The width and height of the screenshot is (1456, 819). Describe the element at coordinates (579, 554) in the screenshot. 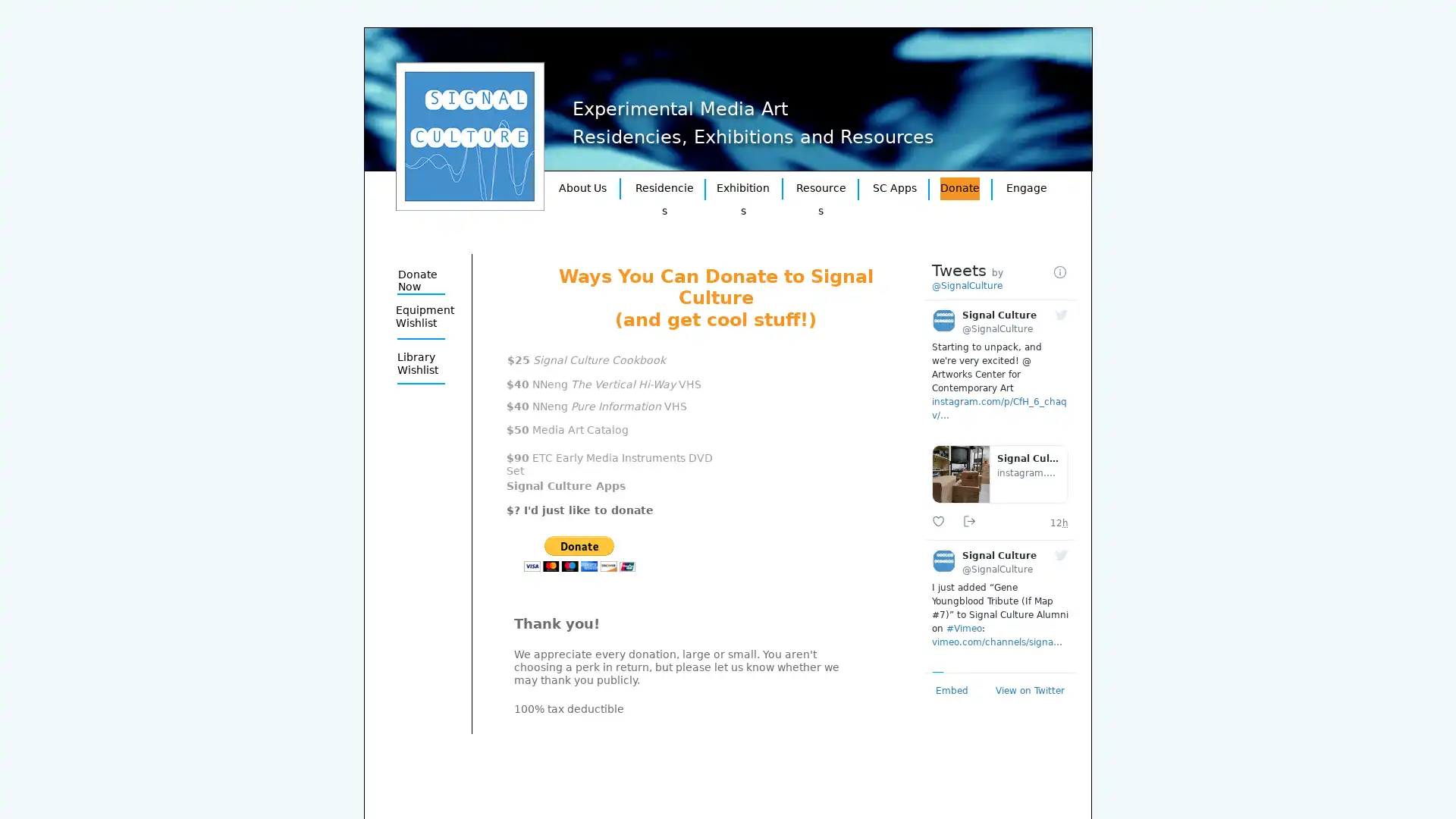

I see `PayPal - The safer, easier way to pay online!` at that location.